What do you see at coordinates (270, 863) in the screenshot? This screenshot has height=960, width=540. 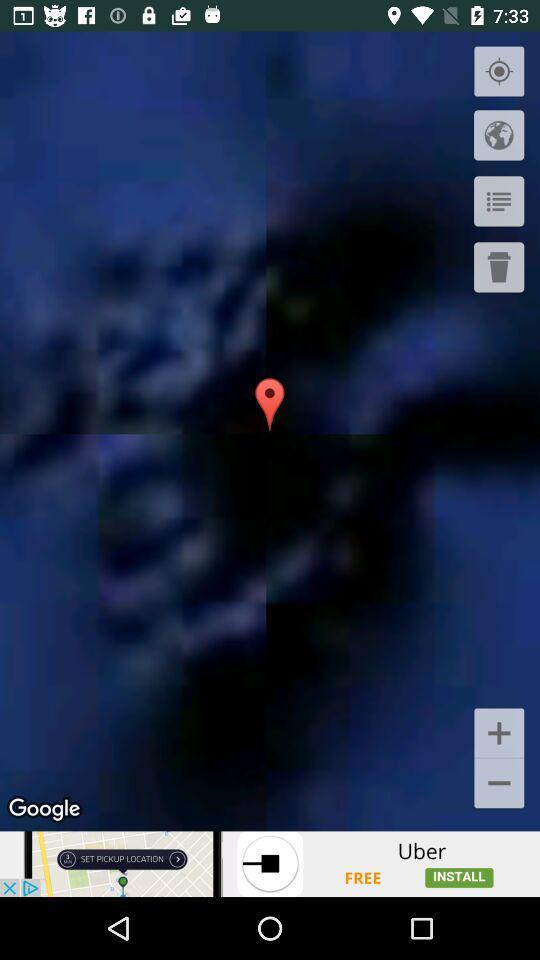 I see `upload the particular app` at bounding box center [270, 863].